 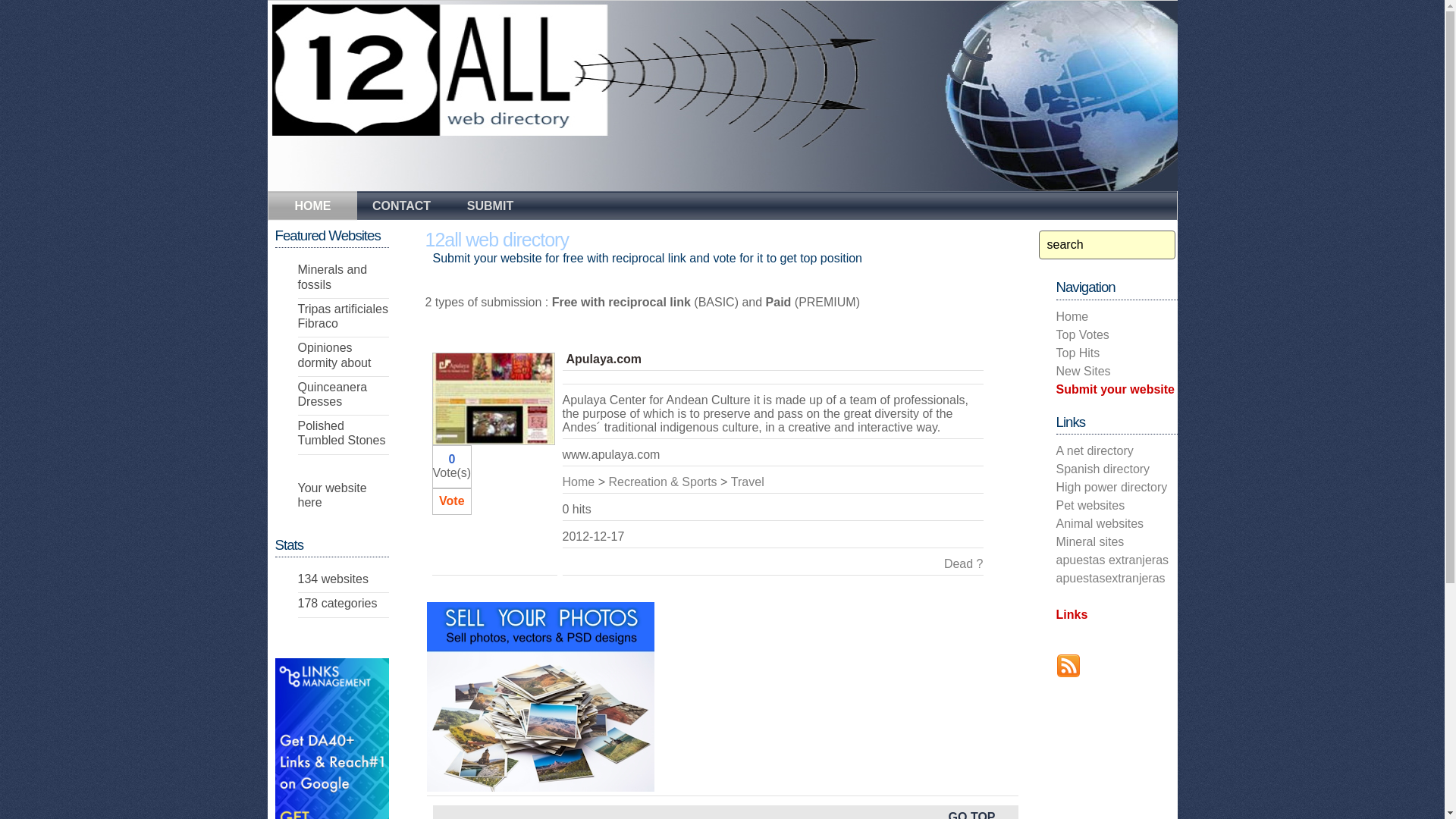 I want to click on 'Travel', so click(x=731, y=482).